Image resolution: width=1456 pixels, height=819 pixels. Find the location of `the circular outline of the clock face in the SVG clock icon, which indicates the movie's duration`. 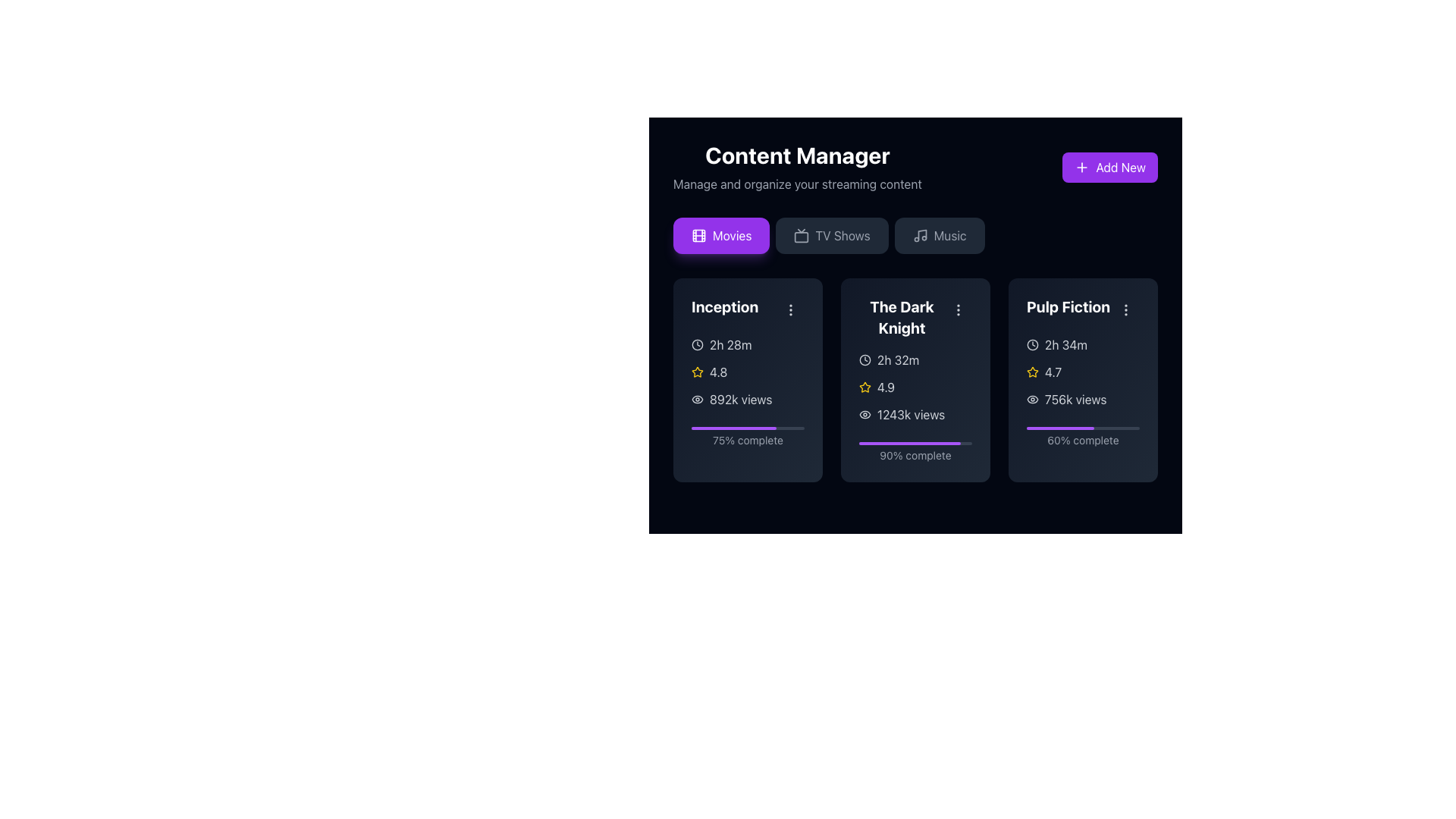

the circular outline of the clock face in the SVG clock icon, which indicates the movie's duration is located at coordinates (1032, 345).